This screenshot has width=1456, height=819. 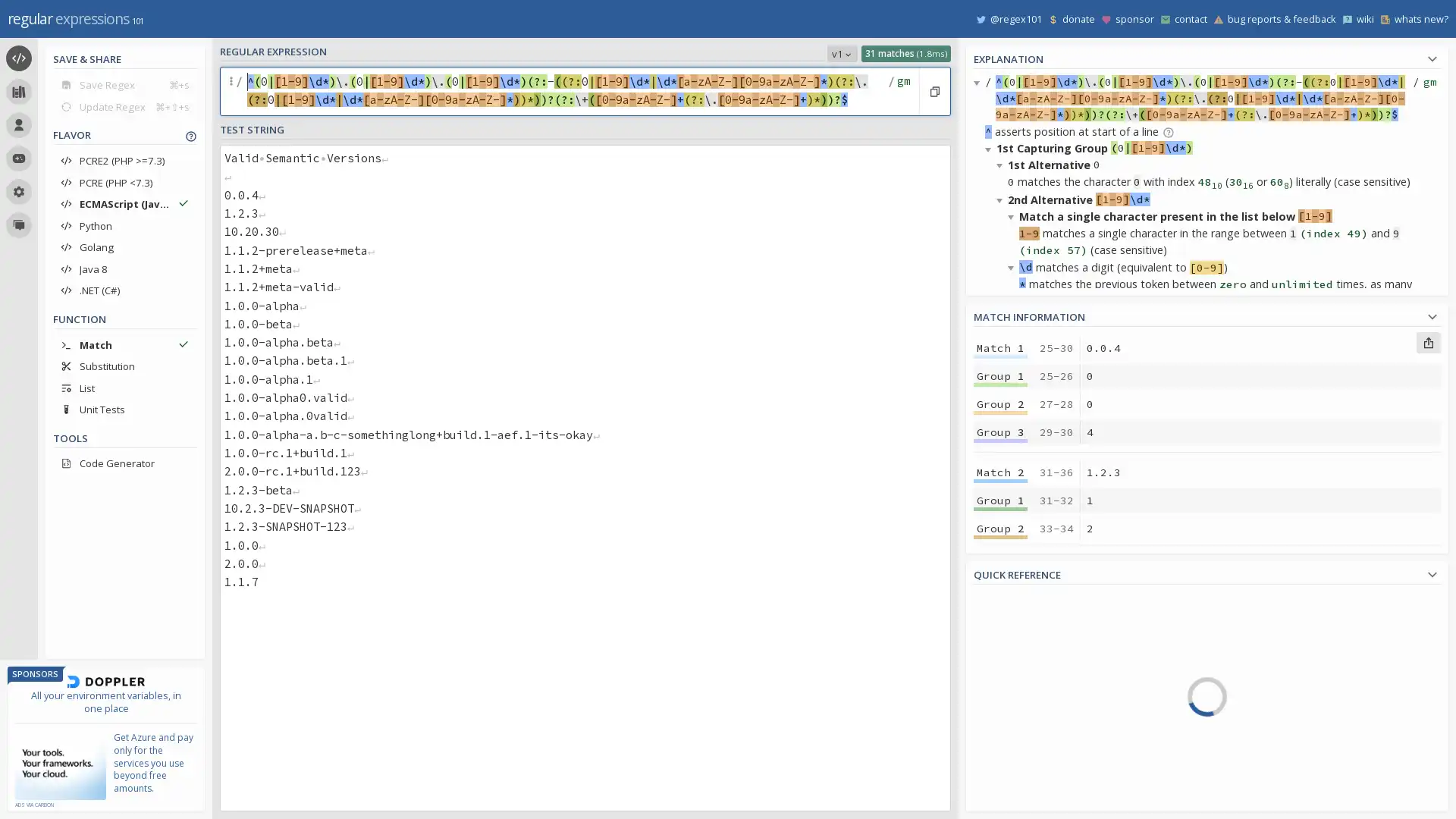 I want to click on Golang, so click(x=124, y=246).